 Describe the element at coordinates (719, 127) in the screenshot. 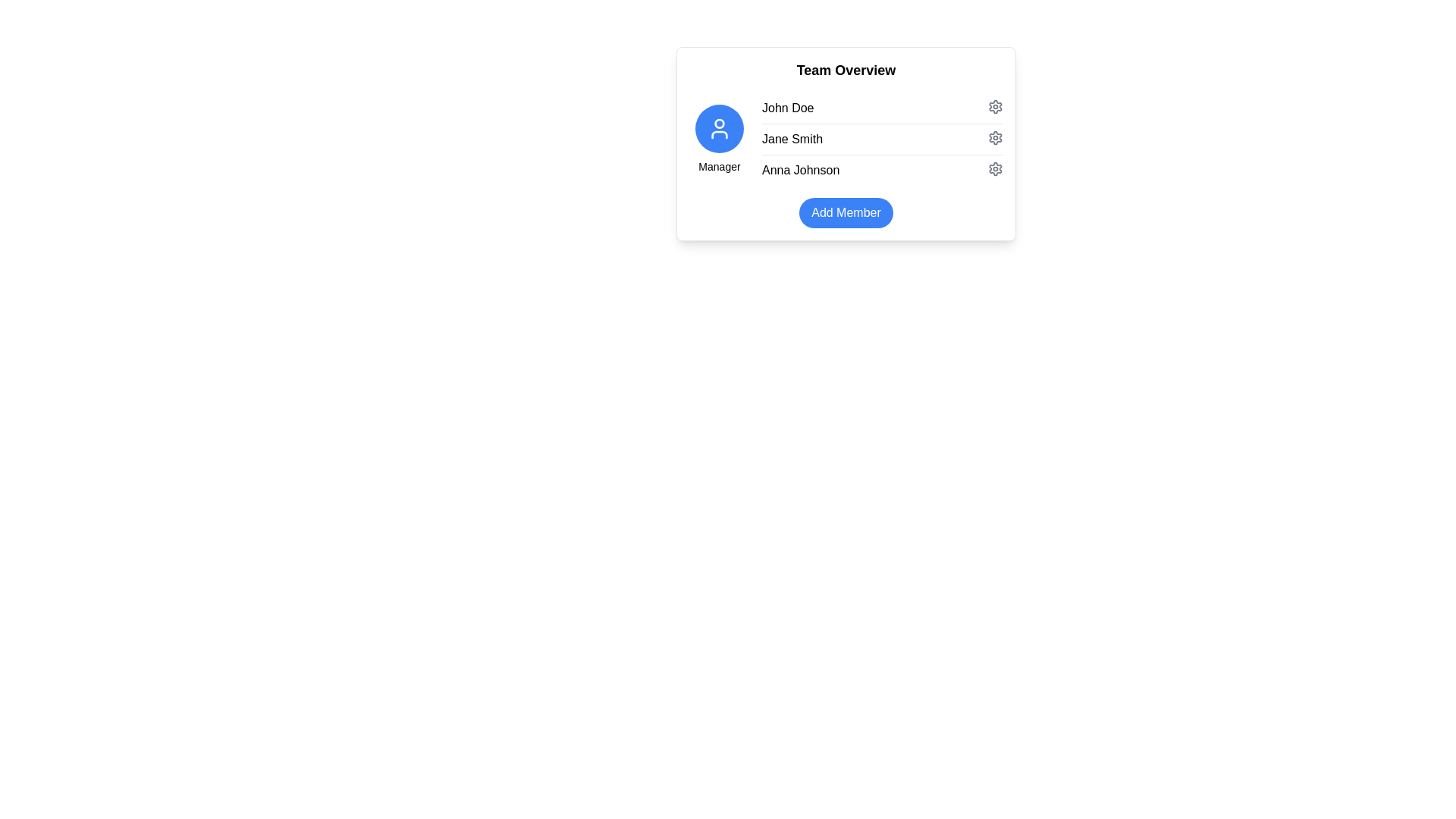

I see `the 'Manager' icon located in the sidebar area, which is the first item above the text that reads 'Manager'` at that location.